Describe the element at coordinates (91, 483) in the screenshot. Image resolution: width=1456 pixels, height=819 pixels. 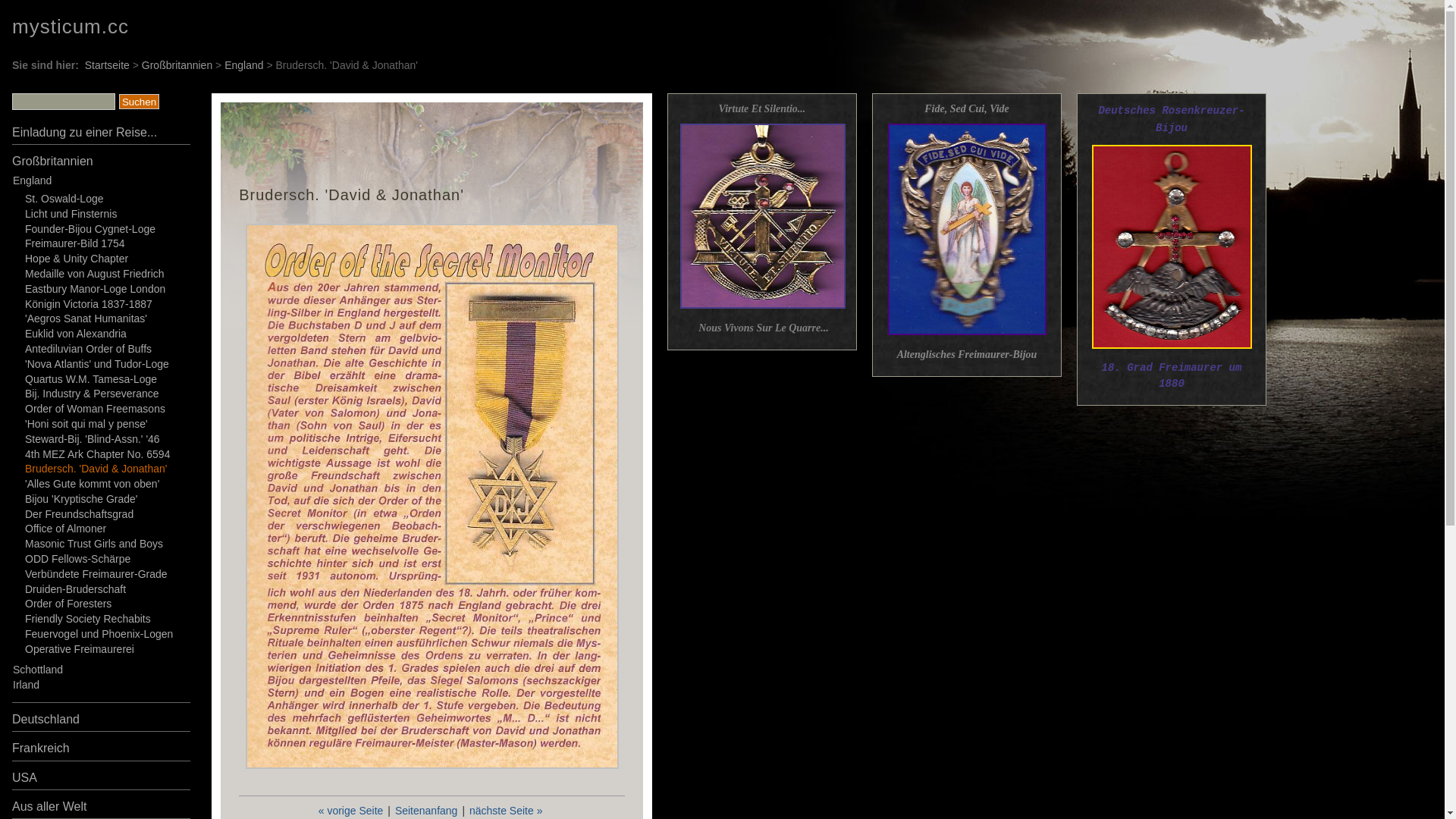
I see `''Alles Gute kommt von oben''` at that location.